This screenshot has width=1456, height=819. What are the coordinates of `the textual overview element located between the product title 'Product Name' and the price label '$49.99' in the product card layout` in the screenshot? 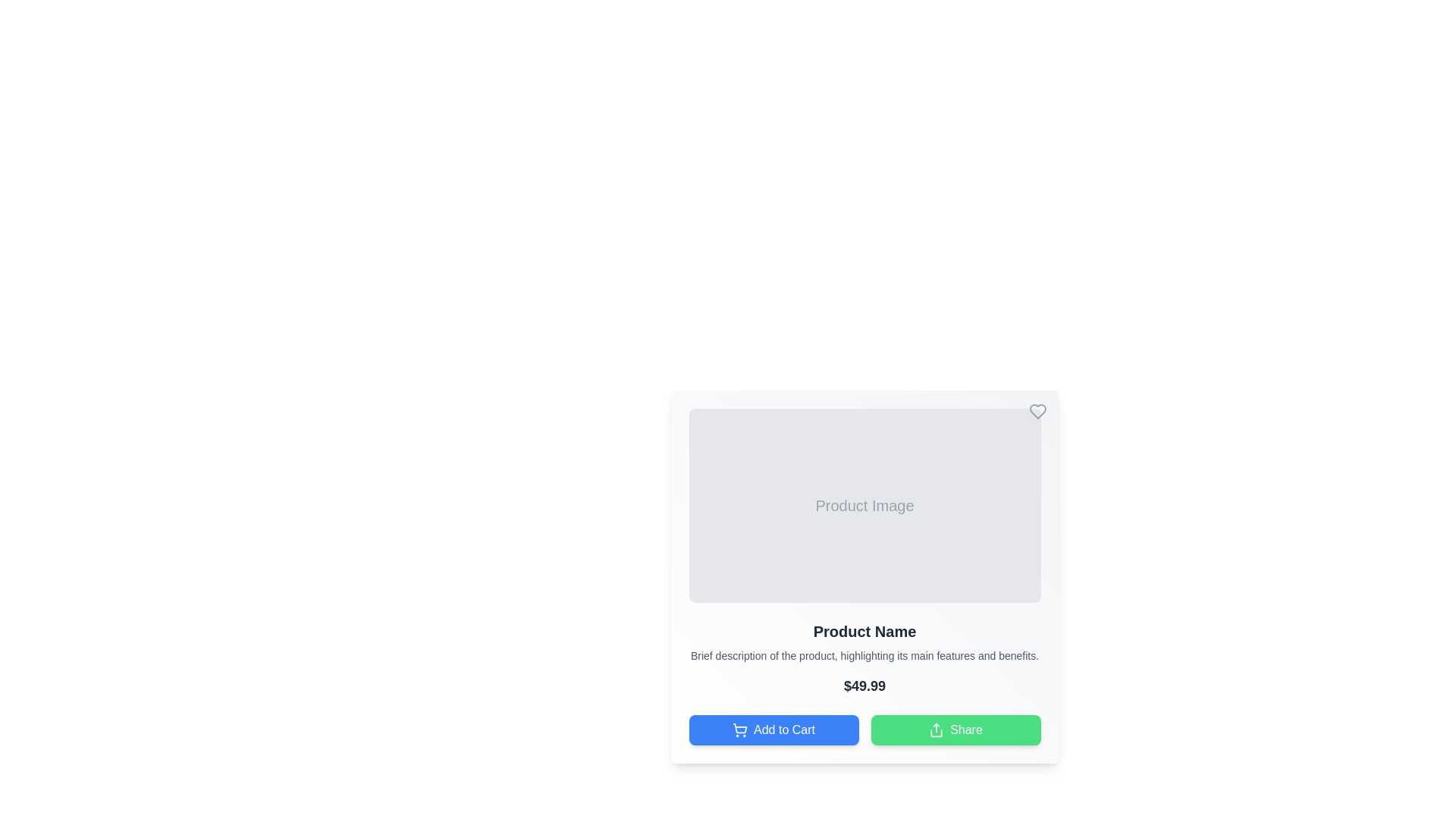 It's located at (864, 654).